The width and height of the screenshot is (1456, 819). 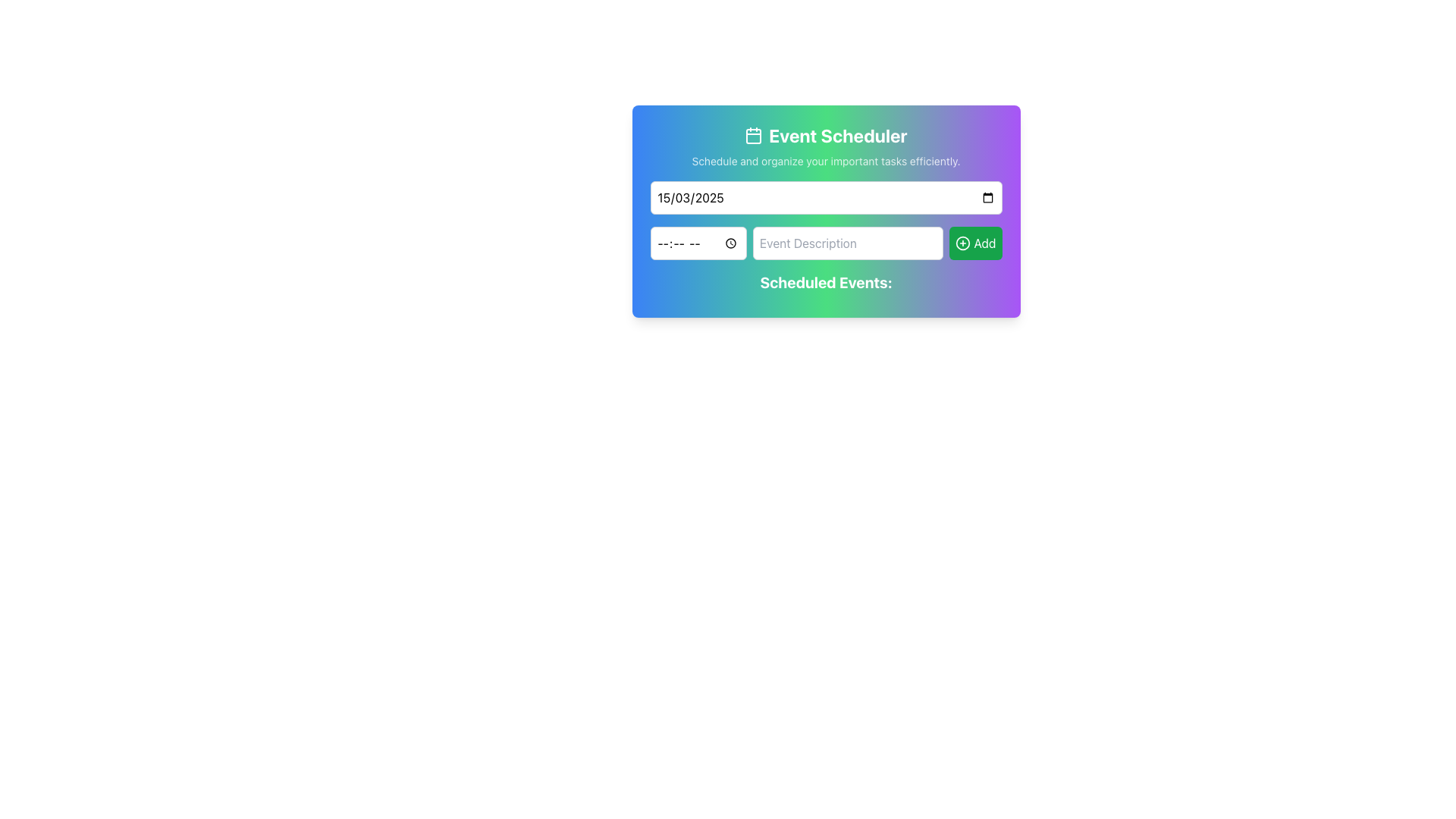 What do you see at coordinates (847, 242) in the screenshot?
I see `and drop text into the rectangular text input field with placeholder 'Event Description', centrally located between the time input field and the 'Add' button` at bounding box center [847, 242].